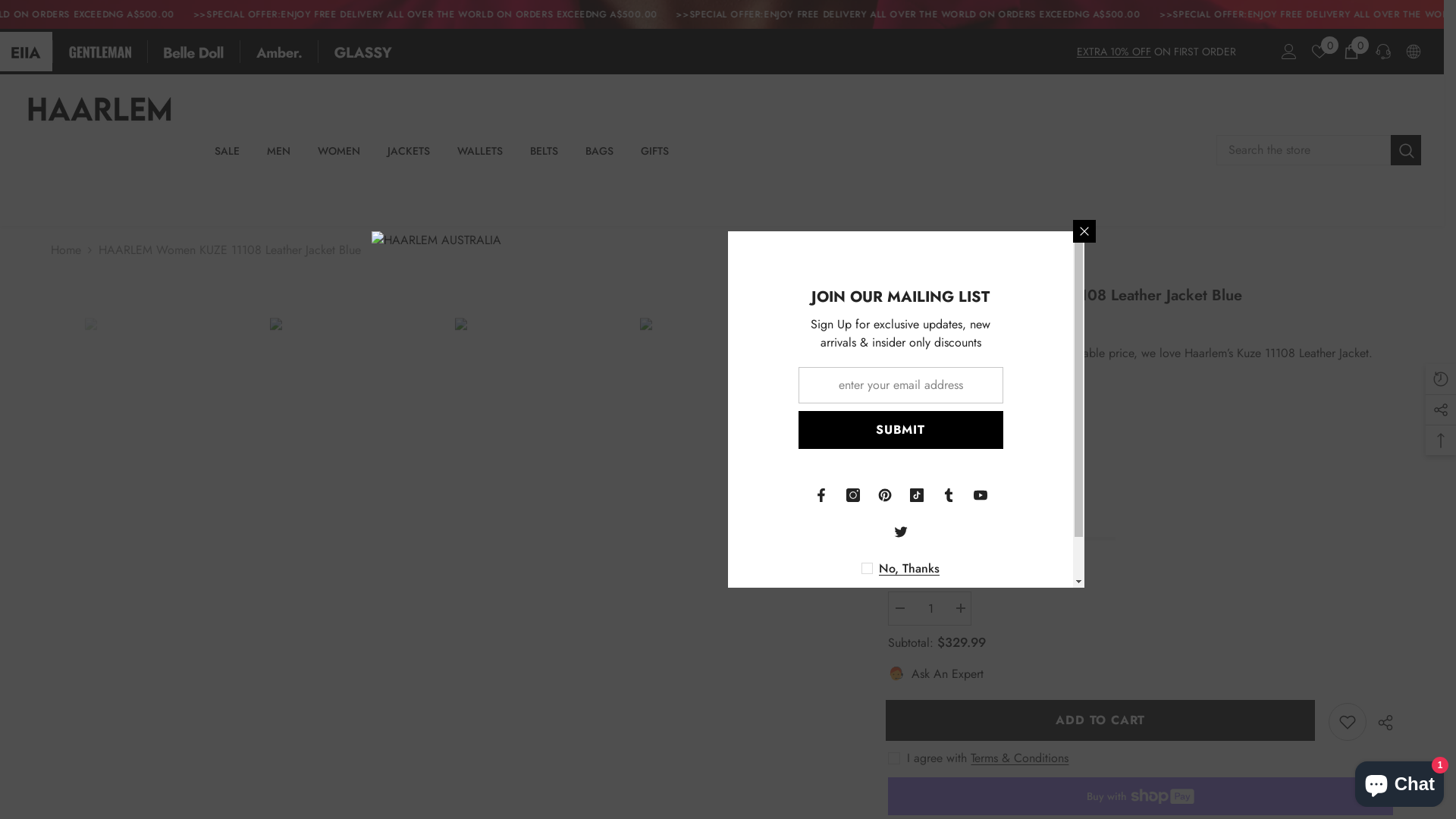 Image resolution: width=1456 pixels, height=819 pixels. What do you see at coordinates (1103, 719) in the screenshot?
I see `'ADD TO CART'` at bounding box center [1103, 719].